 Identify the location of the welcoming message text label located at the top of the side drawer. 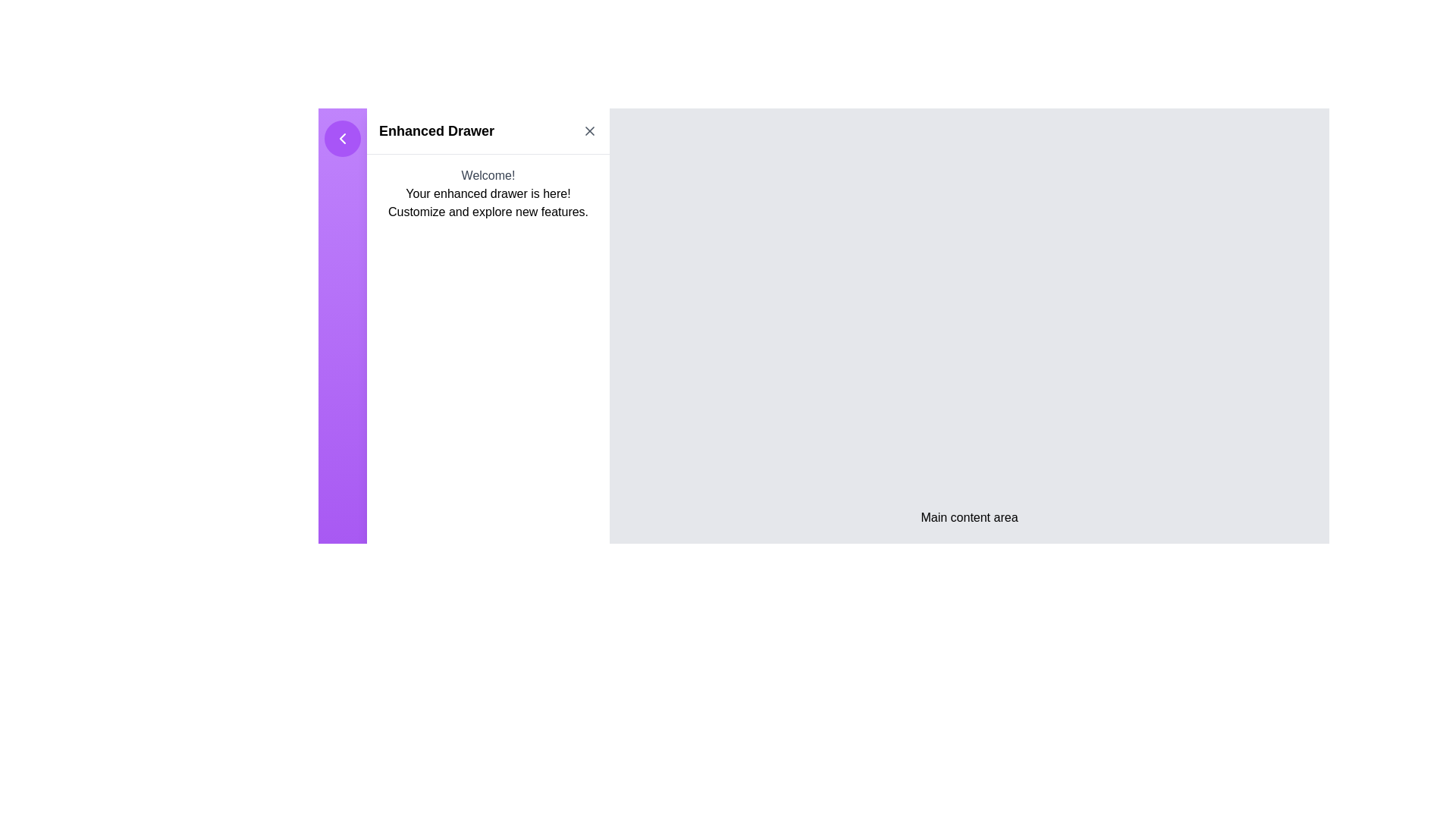
(488, 174).